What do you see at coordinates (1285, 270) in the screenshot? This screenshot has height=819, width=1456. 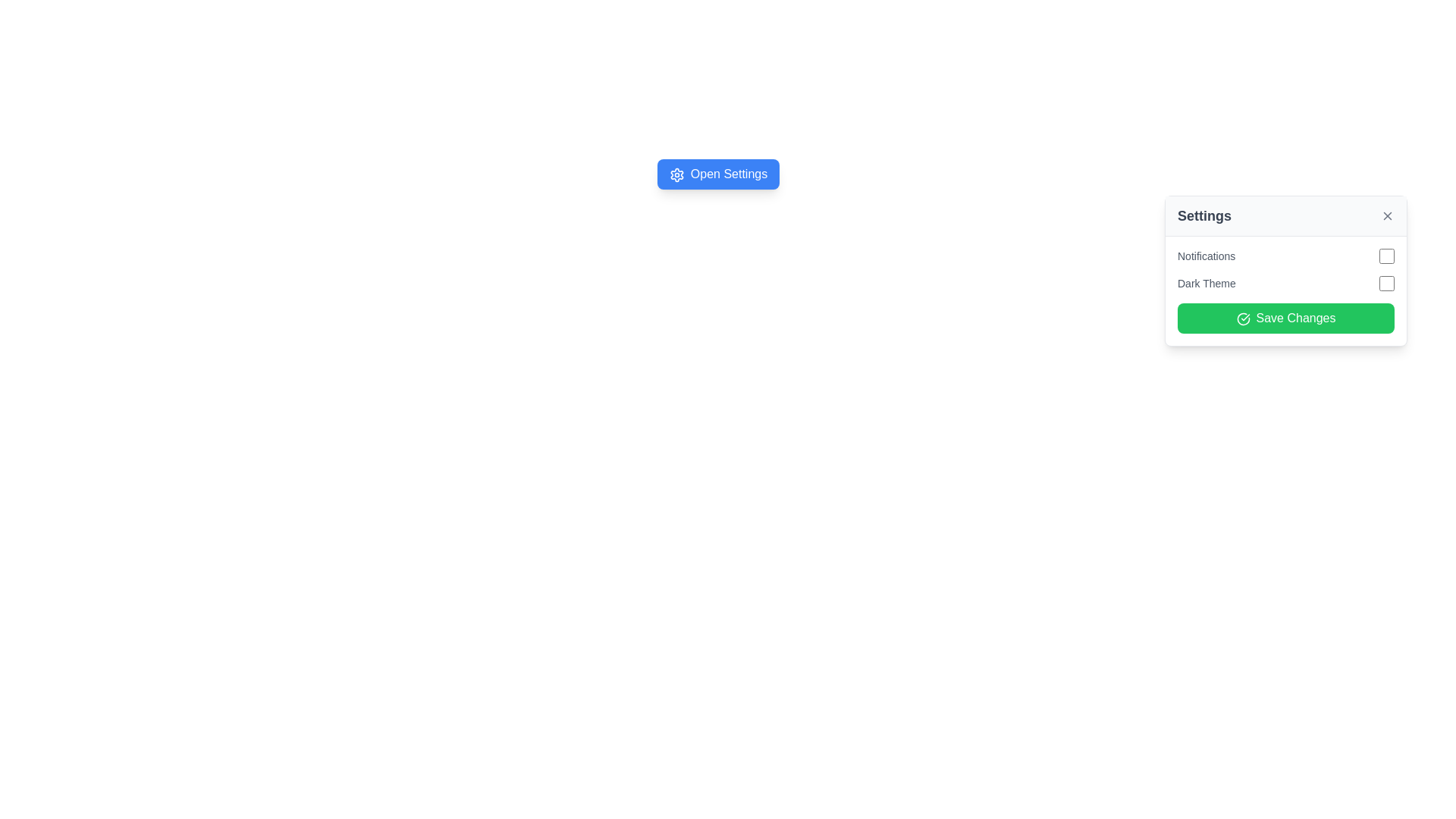 I see `the 'Dark Theme' checkbox in the settings modal that allows users` at bounding box center [1285, 270].